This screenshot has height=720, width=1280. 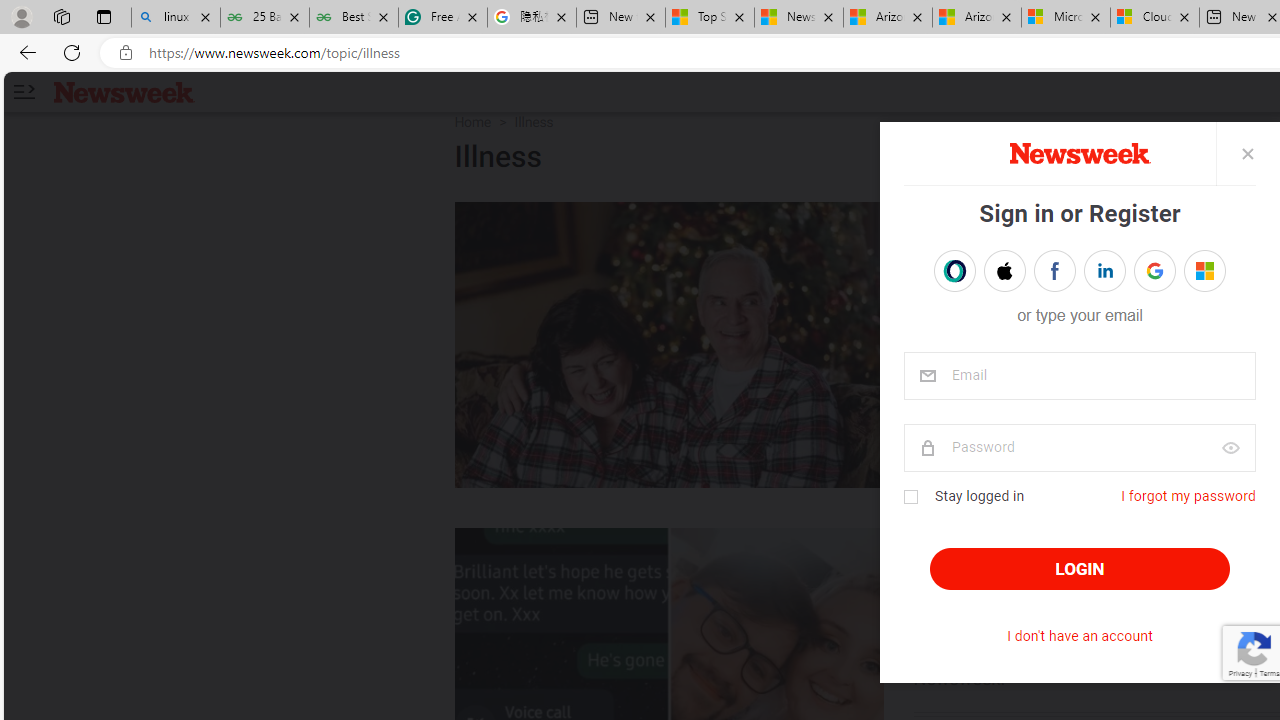 What do you see at coordinates (61, 16) in the screenshot?
I see `'Workspaces'` at bounding box center [61, 16].